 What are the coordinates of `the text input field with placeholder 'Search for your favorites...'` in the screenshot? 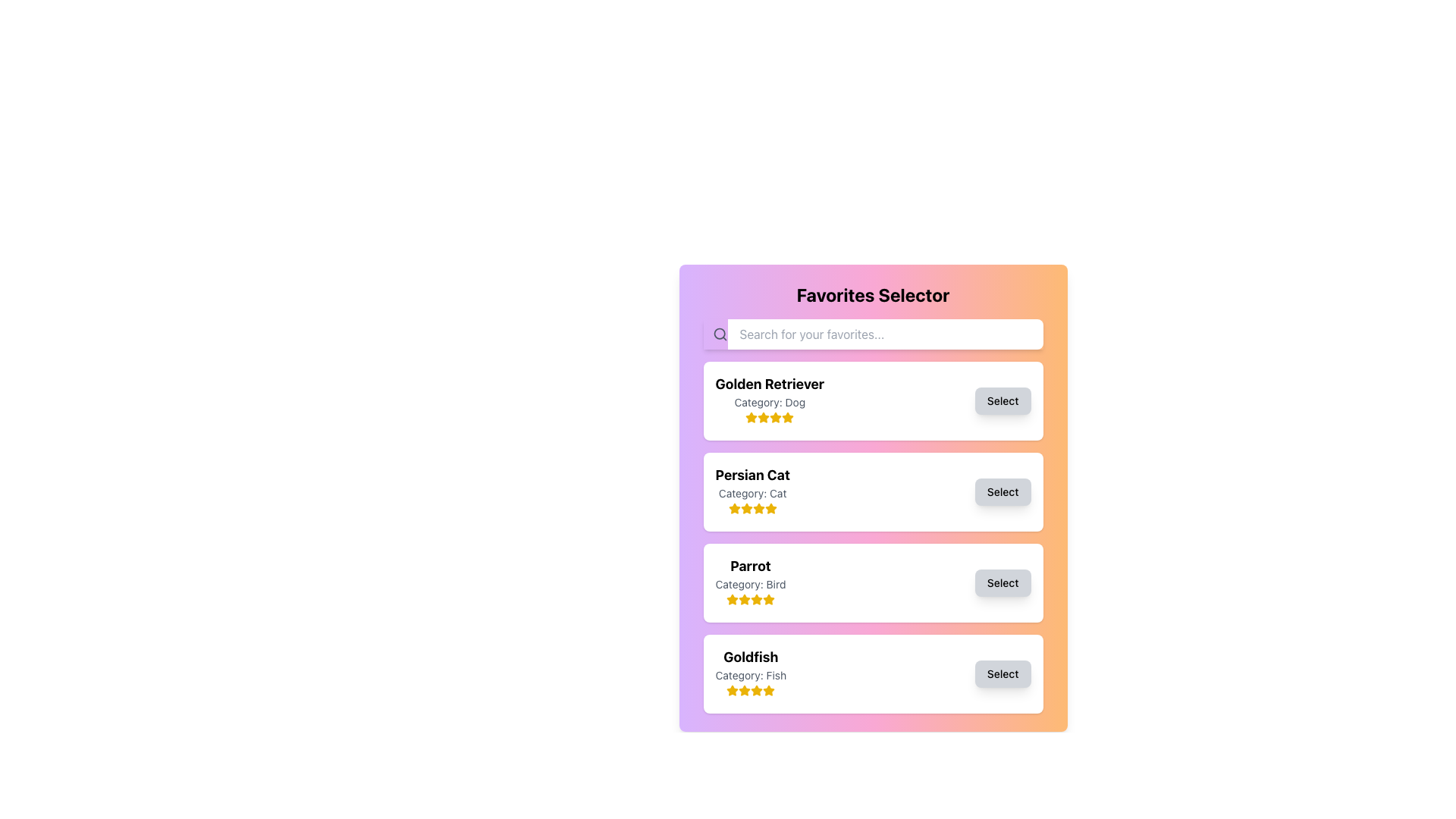 It's located at (873, 333).